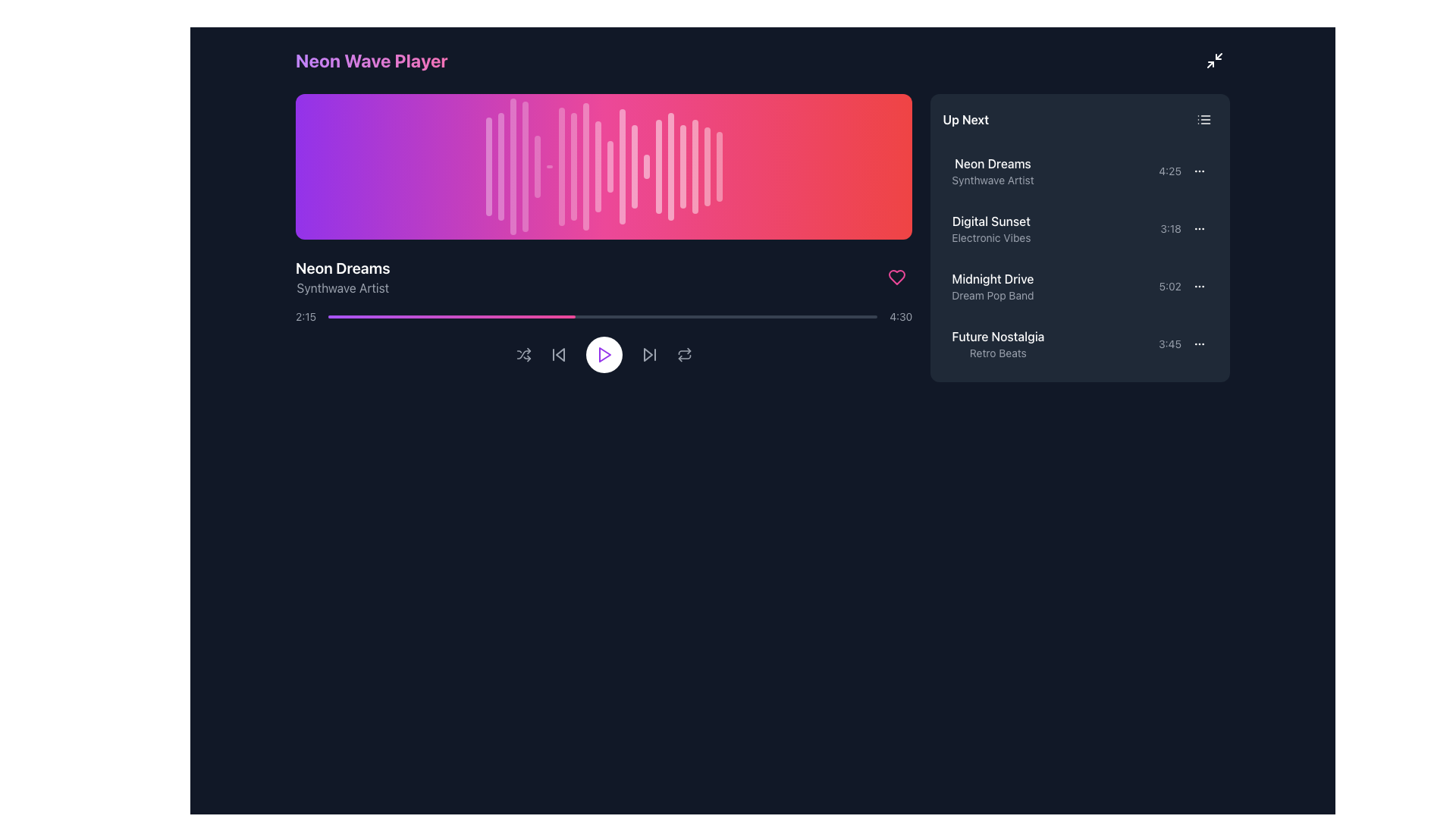  What do you see at coordinates (1215, 60) in the screenshot?
I see `the small icon button in the top-right corner, featuring intersecting lines resembling arrows` at bounding box center [1215, 60].